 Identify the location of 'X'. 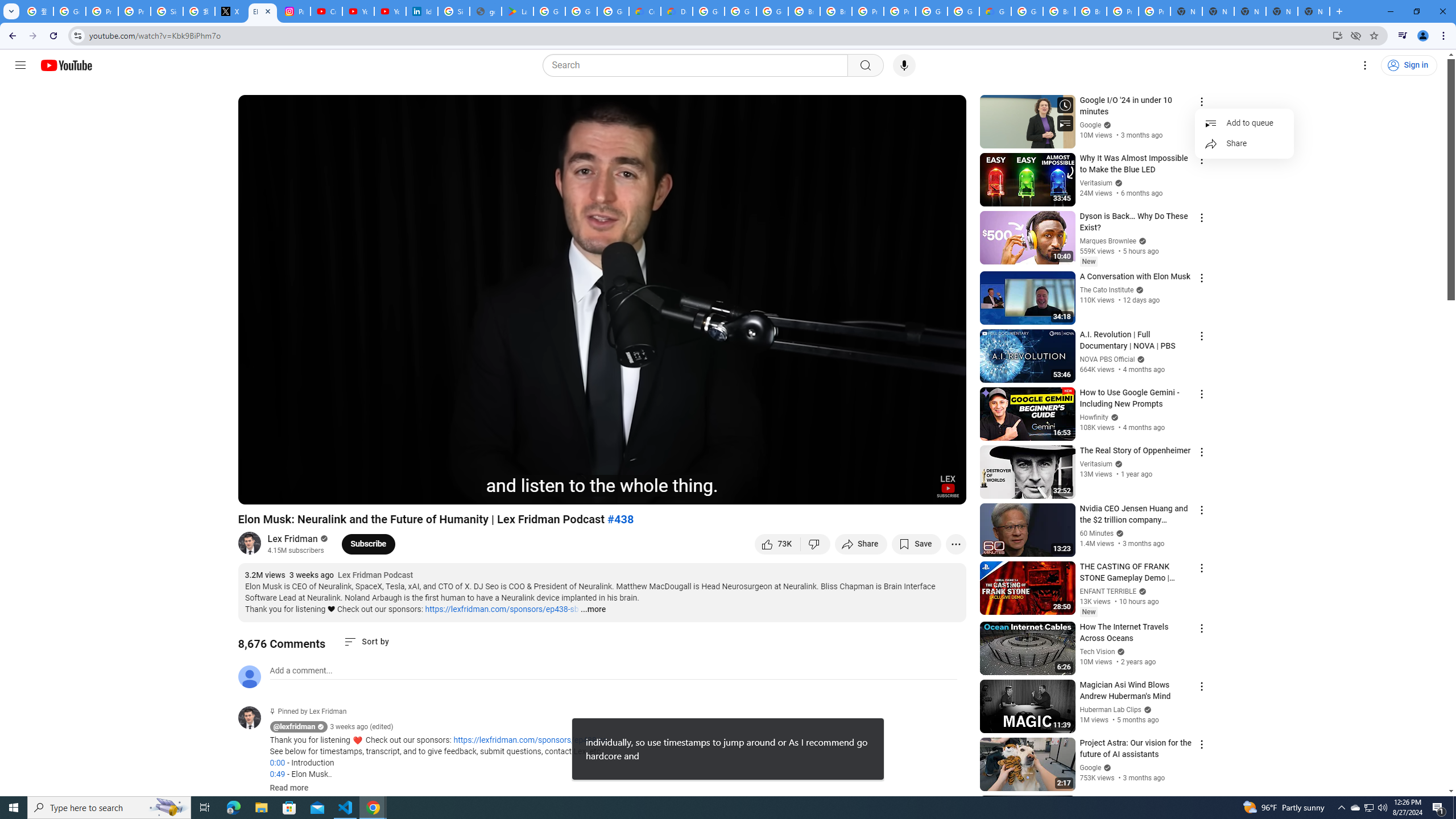
(230, 11).